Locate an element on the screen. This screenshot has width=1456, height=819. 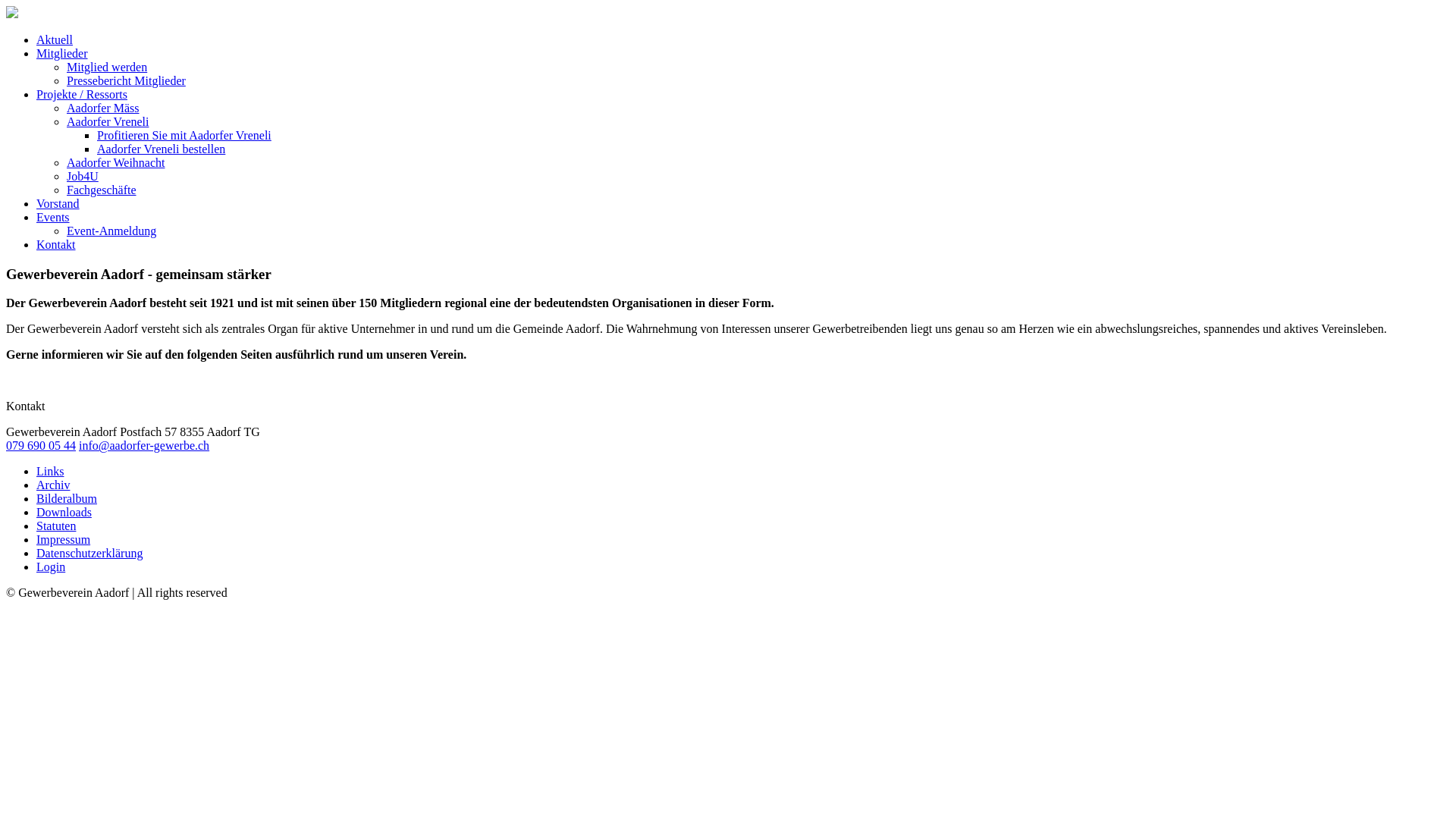
'Aadorfer Vreneli' is located at coordinates (107, 121).